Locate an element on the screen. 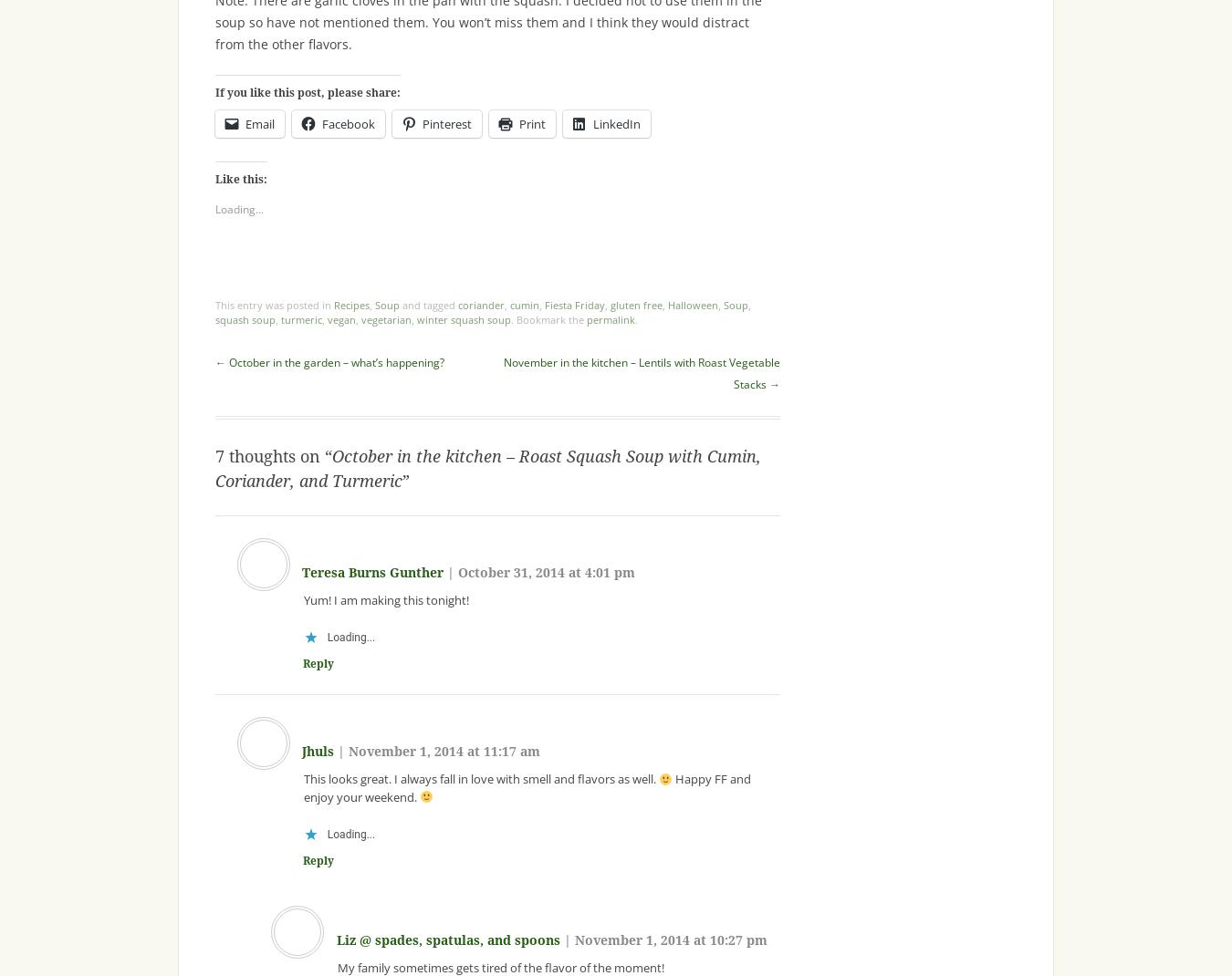  'squash soup' is located at coordinates (245, 319).